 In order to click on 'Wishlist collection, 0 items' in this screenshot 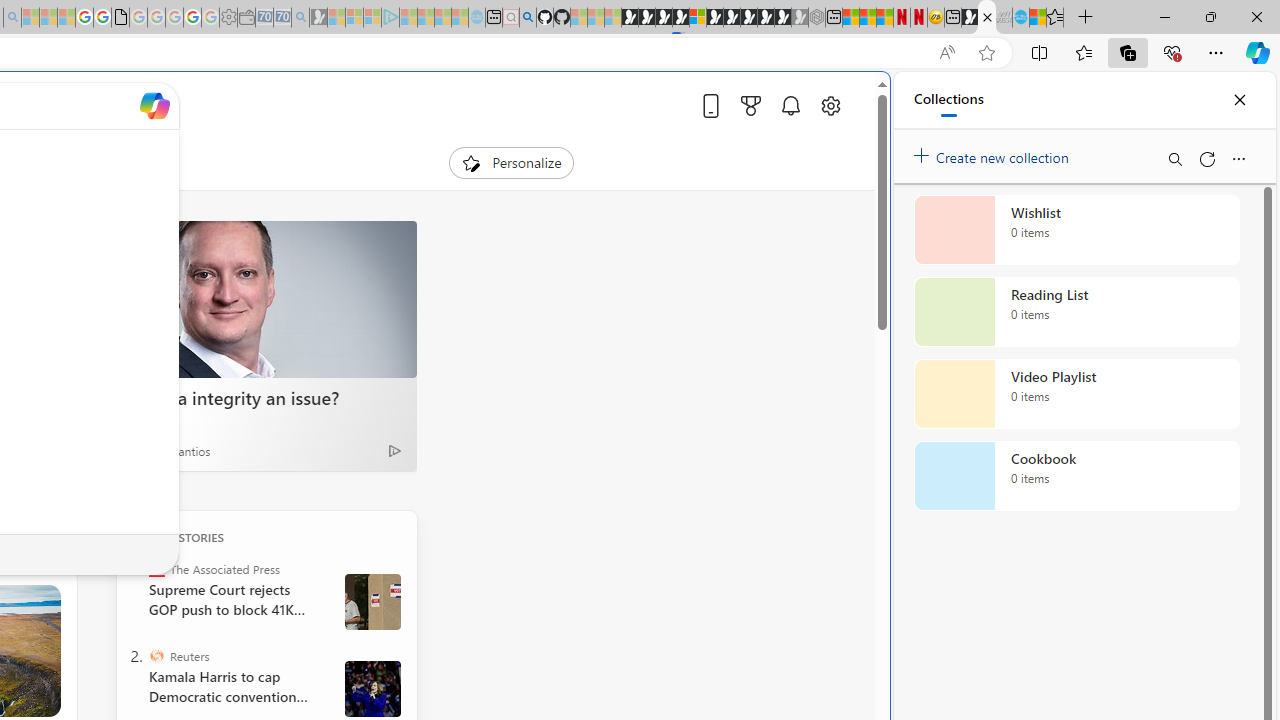, I will do `click(1076, 229)`.